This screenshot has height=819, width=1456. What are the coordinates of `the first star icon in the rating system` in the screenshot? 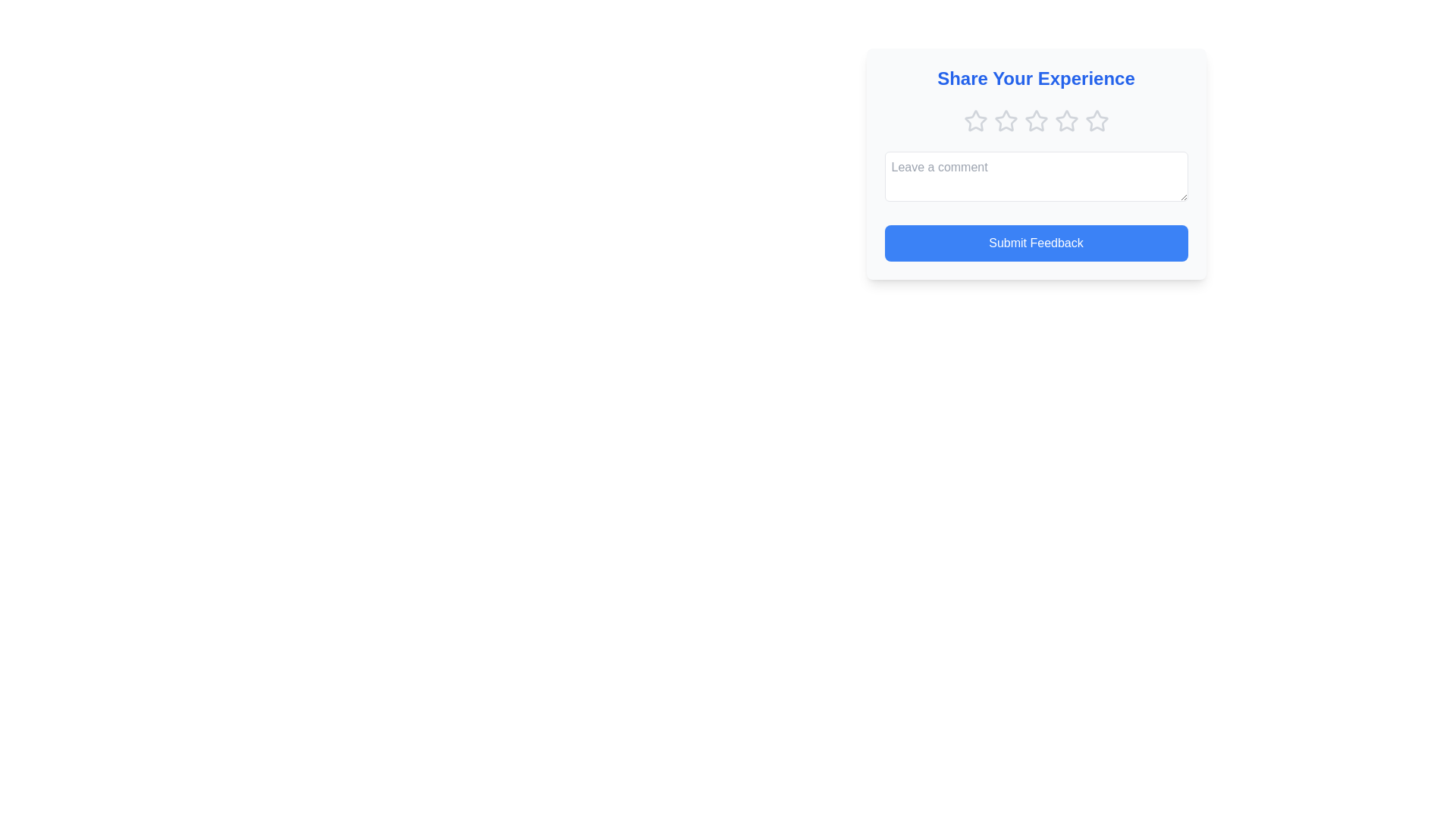 It's located at (975, 120).